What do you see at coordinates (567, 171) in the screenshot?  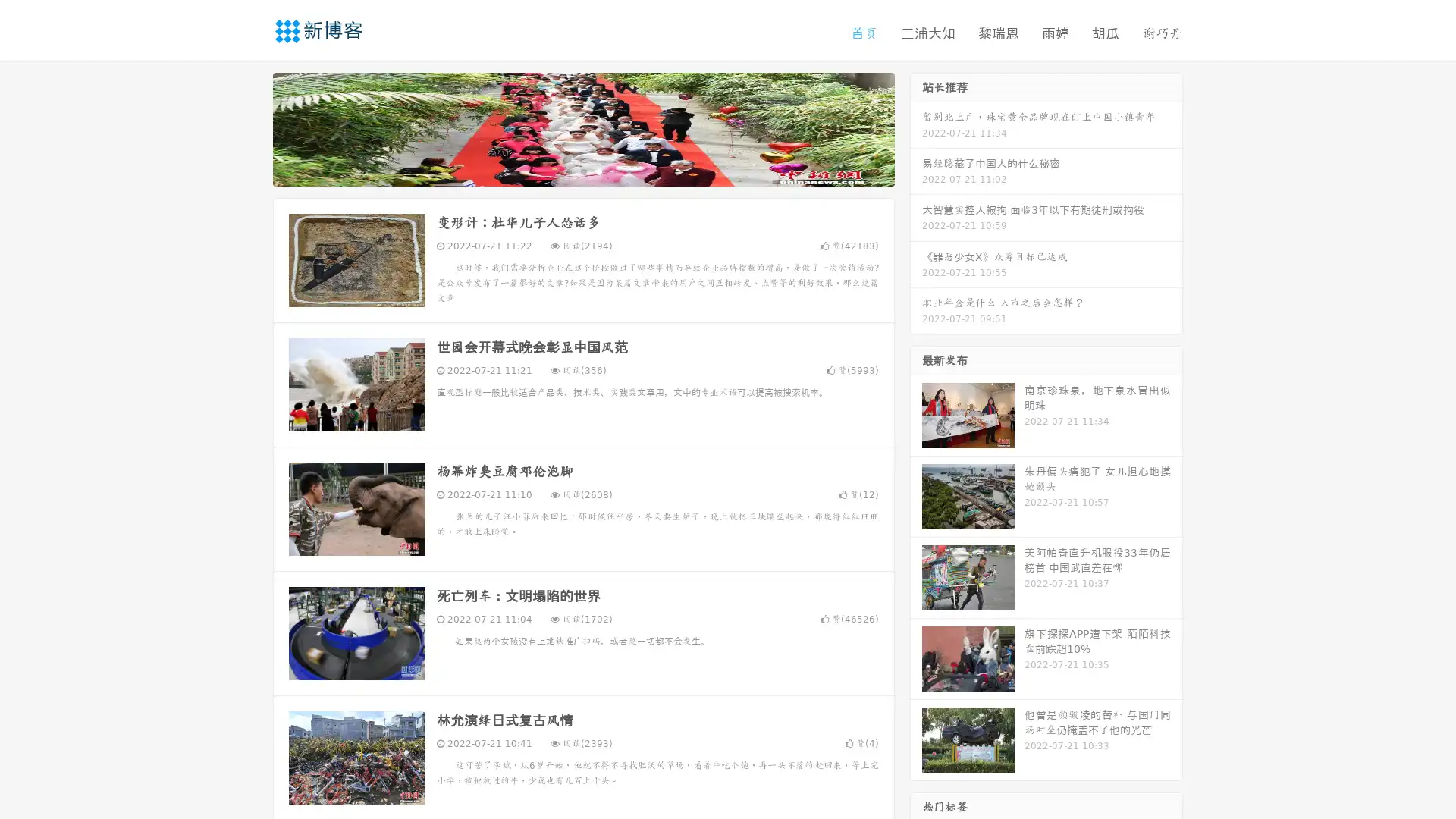 I see `Go to slide 1` at bounding box center [567, 171].